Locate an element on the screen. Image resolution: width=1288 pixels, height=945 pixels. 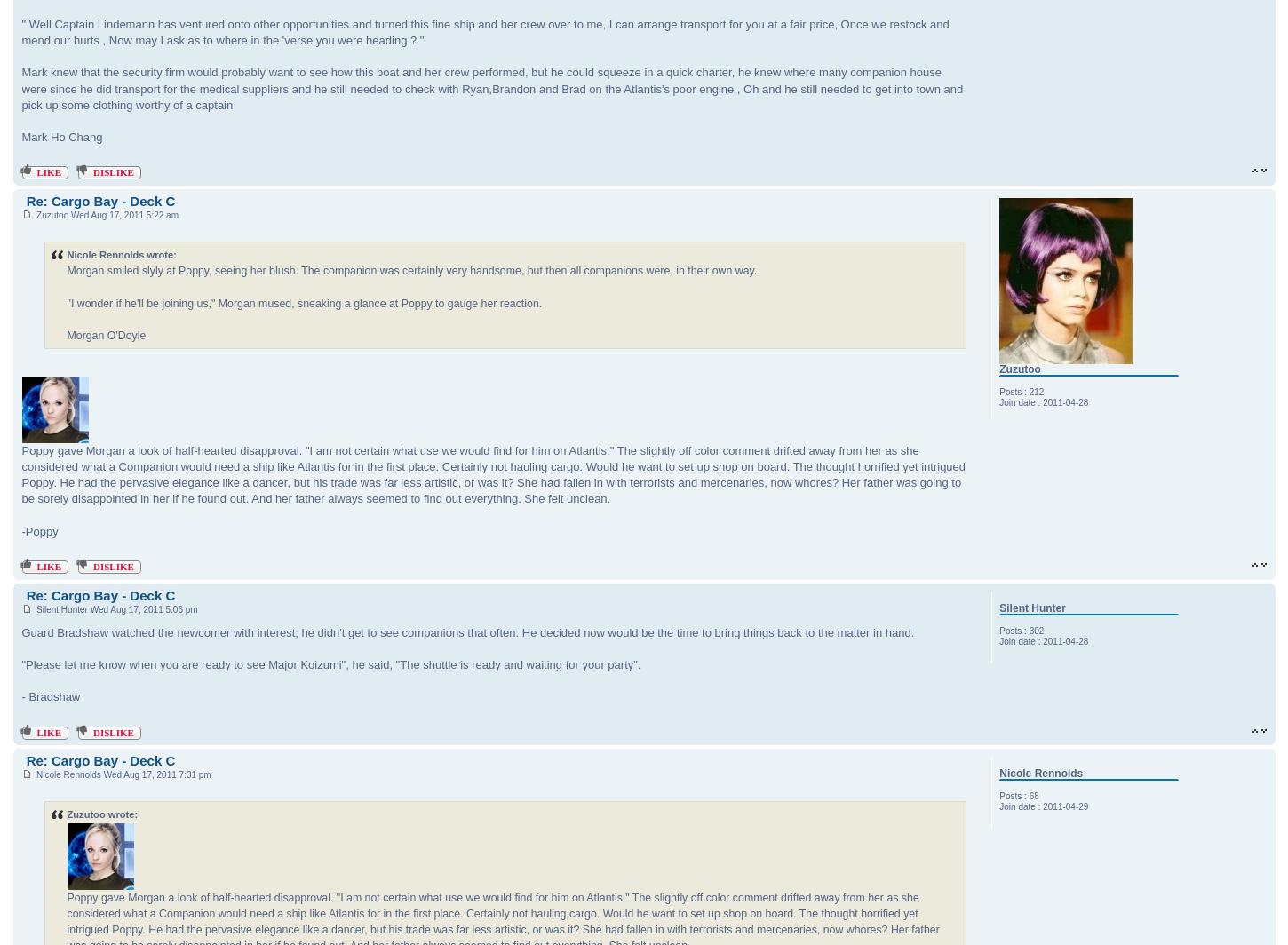
'Guard Bradshaw watched the newcomer with interest; he didn't get to see companions that often. He decided now would be the time to bring things back to the matter in hand.' is located at coordinates (21, 631).